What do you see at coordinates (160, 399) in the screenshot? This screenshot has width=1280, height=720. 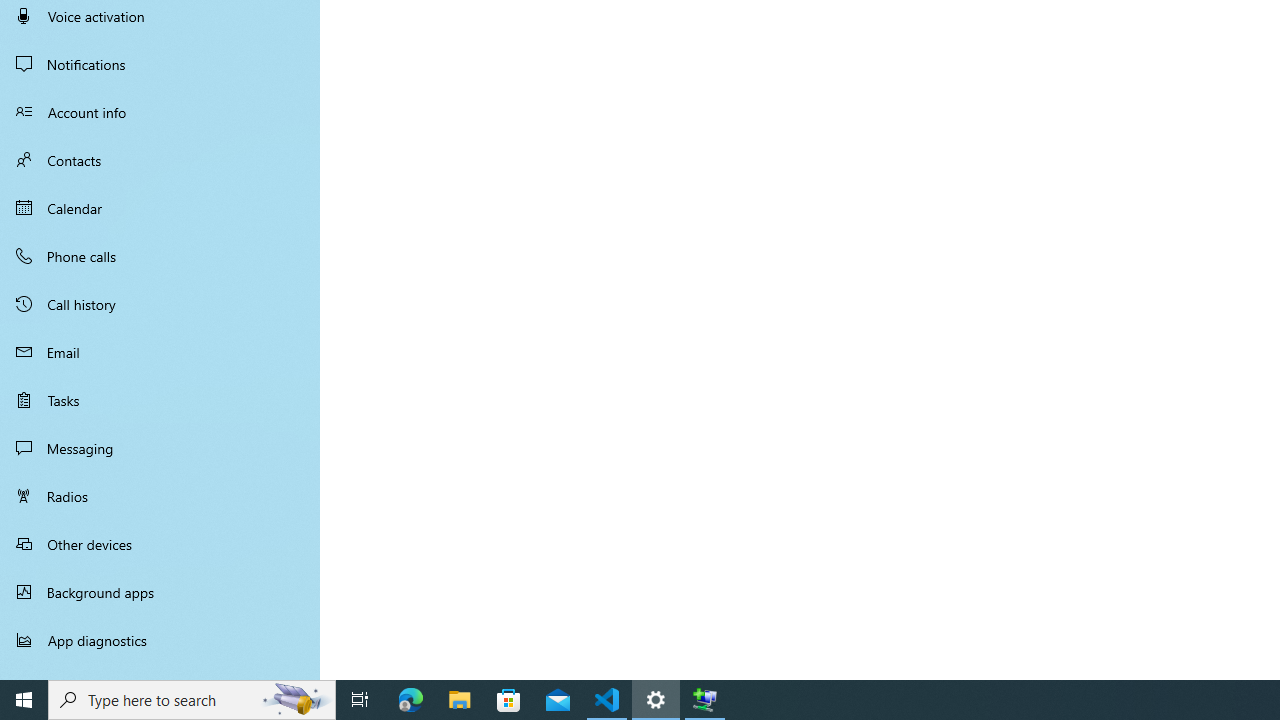 I see `'Tasks'` at bounding box center [160, 399].